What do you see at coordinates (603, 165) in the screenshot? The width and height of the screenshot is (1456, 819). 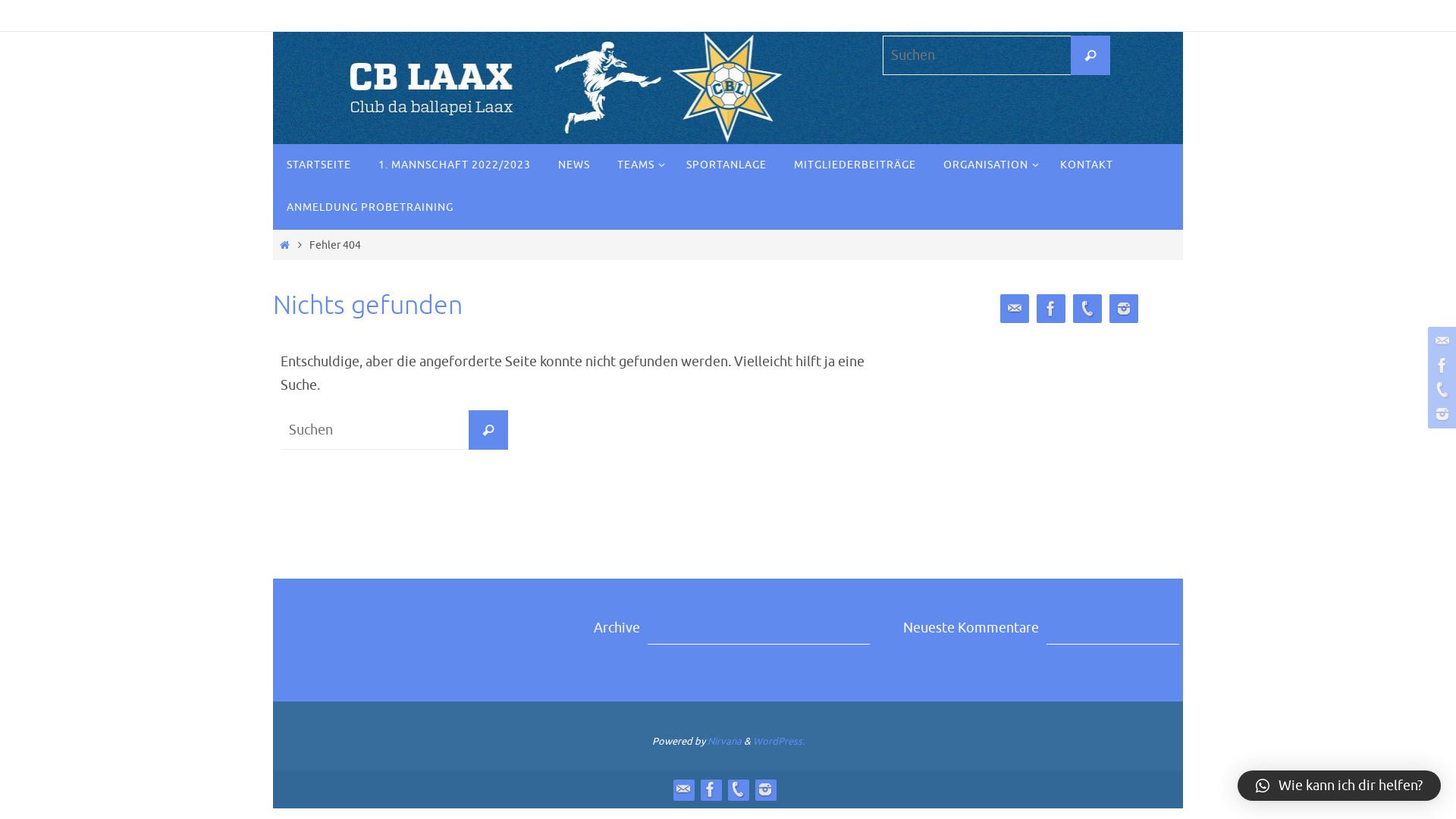 I see `'TEAMS'` at bounding box center [603, 165].